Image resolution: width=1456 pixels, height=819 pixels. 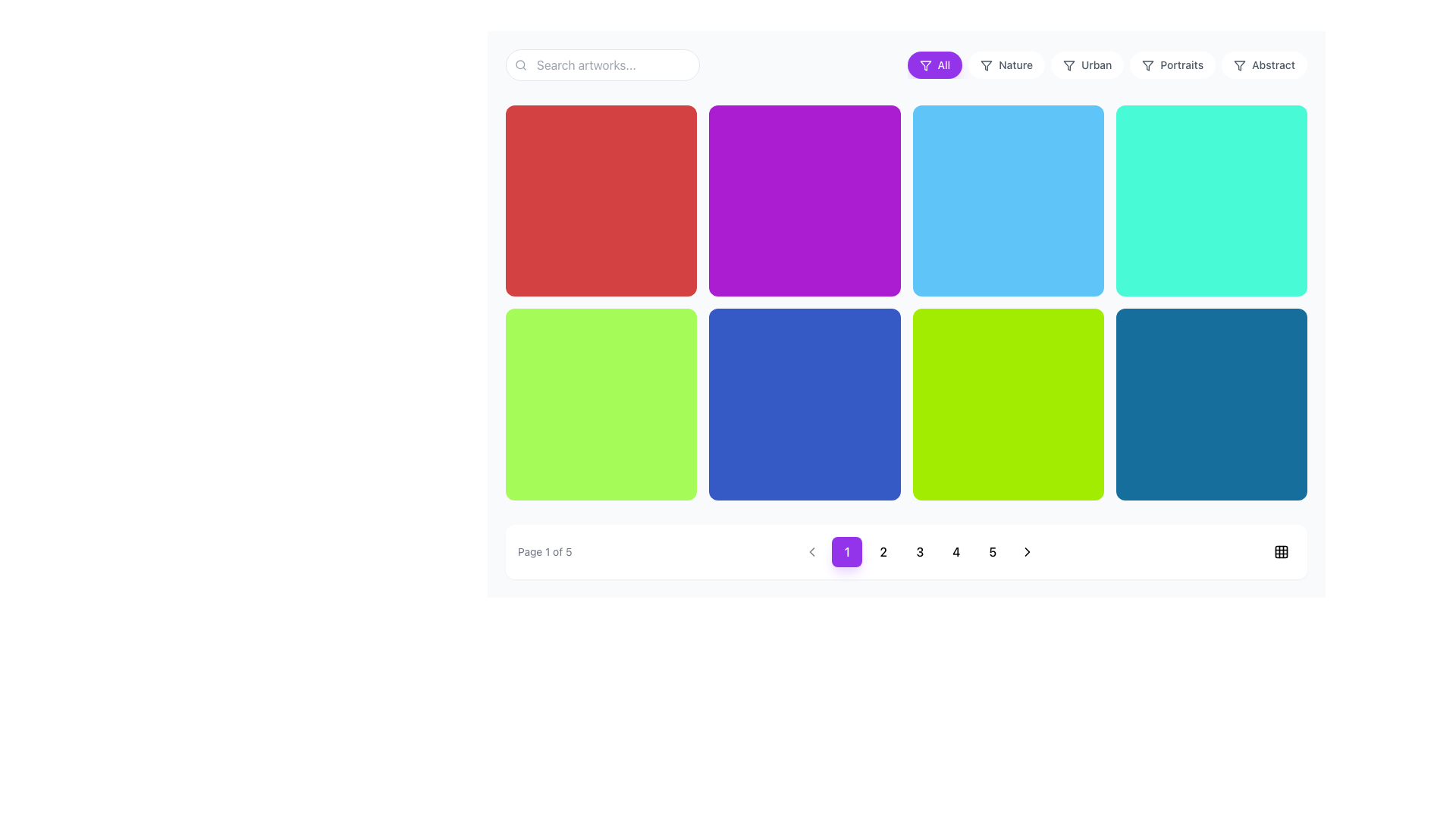 I want to click on the interactive icons located in the upper-right corner of the vibrant green card's action bar, so click(x=1071, y=337).